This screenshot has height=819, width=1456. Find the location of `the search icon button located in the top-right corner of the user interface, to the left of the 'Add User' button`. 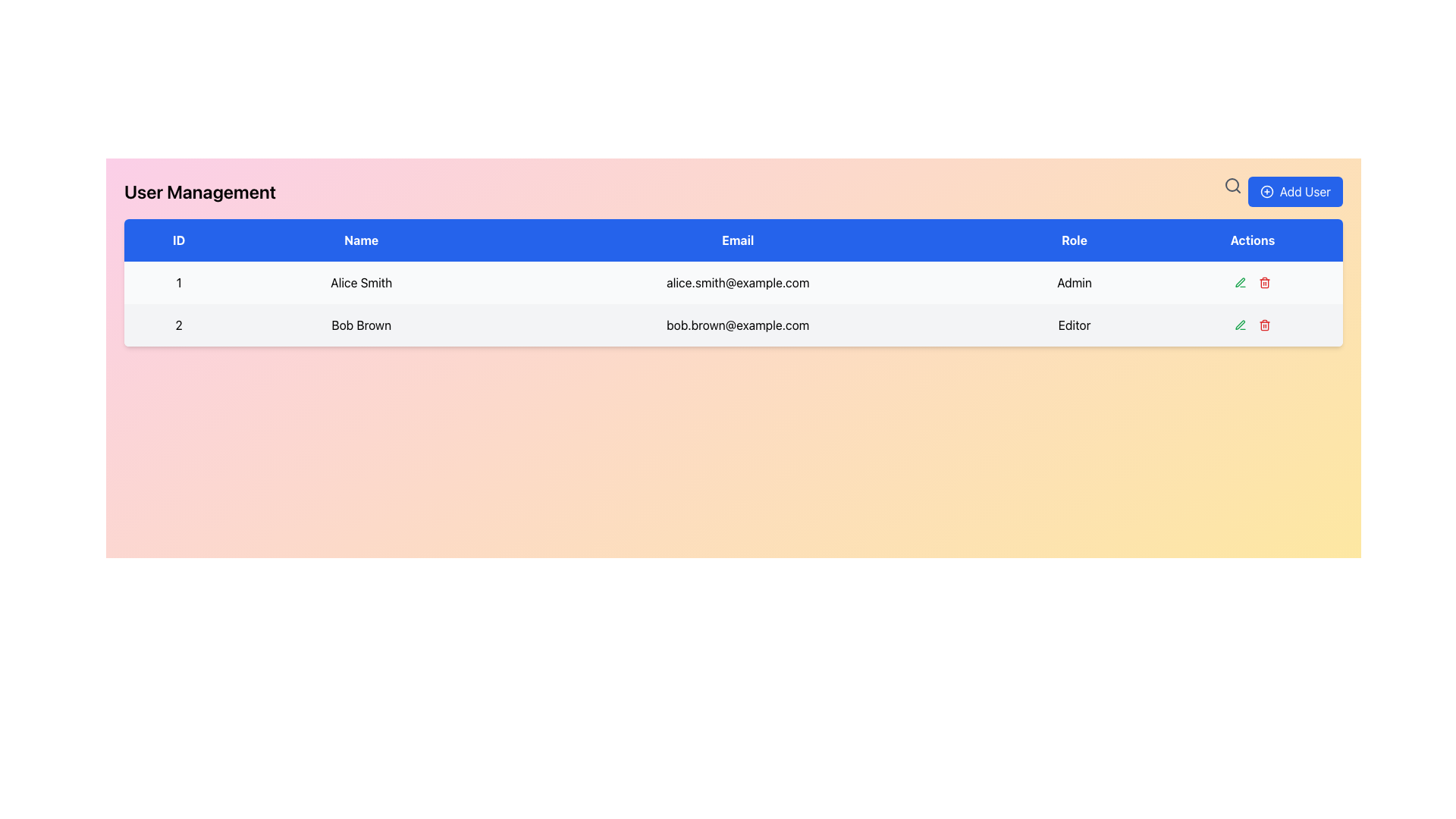

the search icon button located in the top-right corner of the user interface, to the left of the 'Add User' button is located at coordinates (1232, 185).